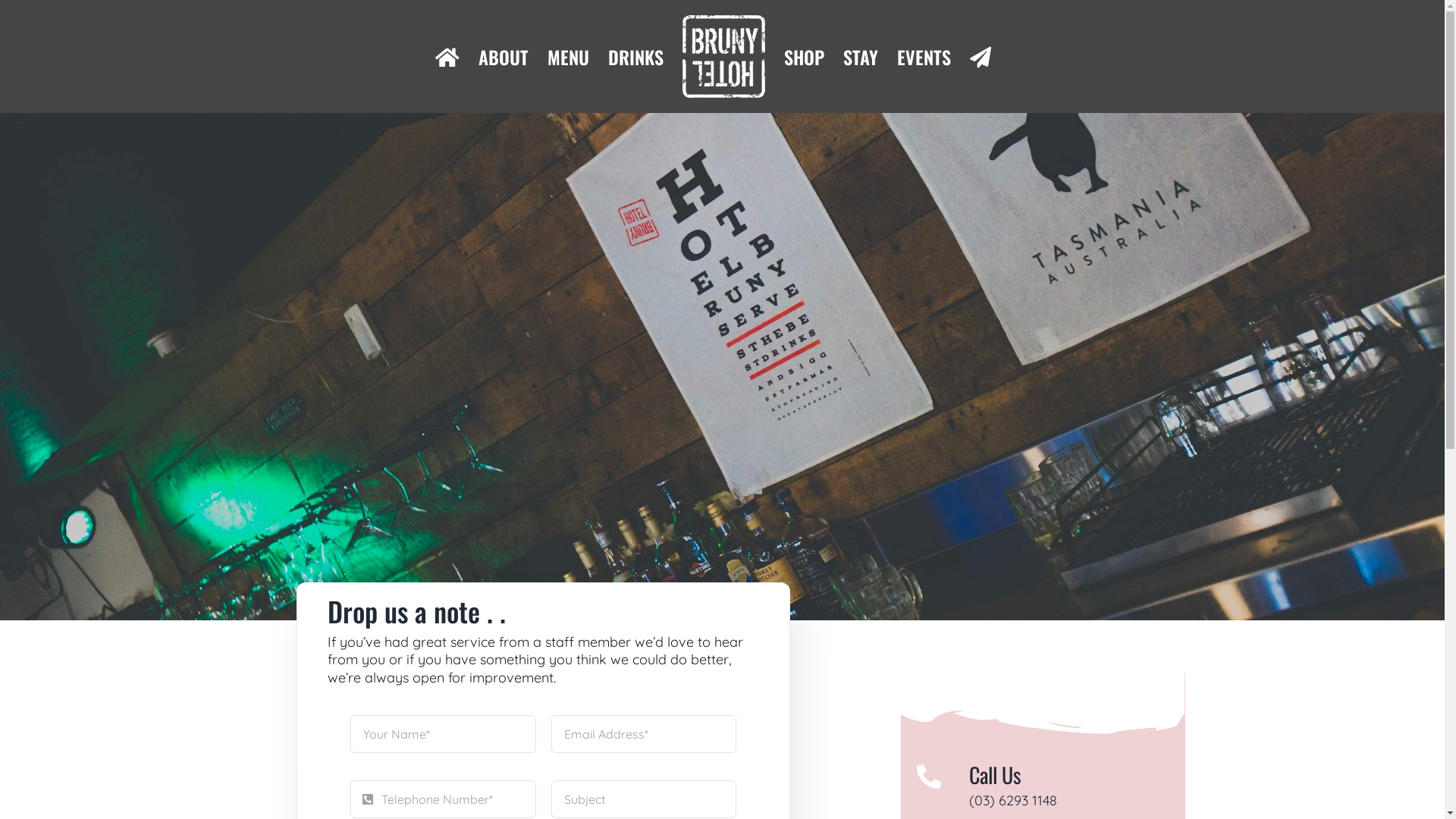 The width and height of the screenshot is (1456, 819). What do you see at coordinates (922, 55) in the screenshot?
I see `'EVENTS'` at bounding box center [922, 55].